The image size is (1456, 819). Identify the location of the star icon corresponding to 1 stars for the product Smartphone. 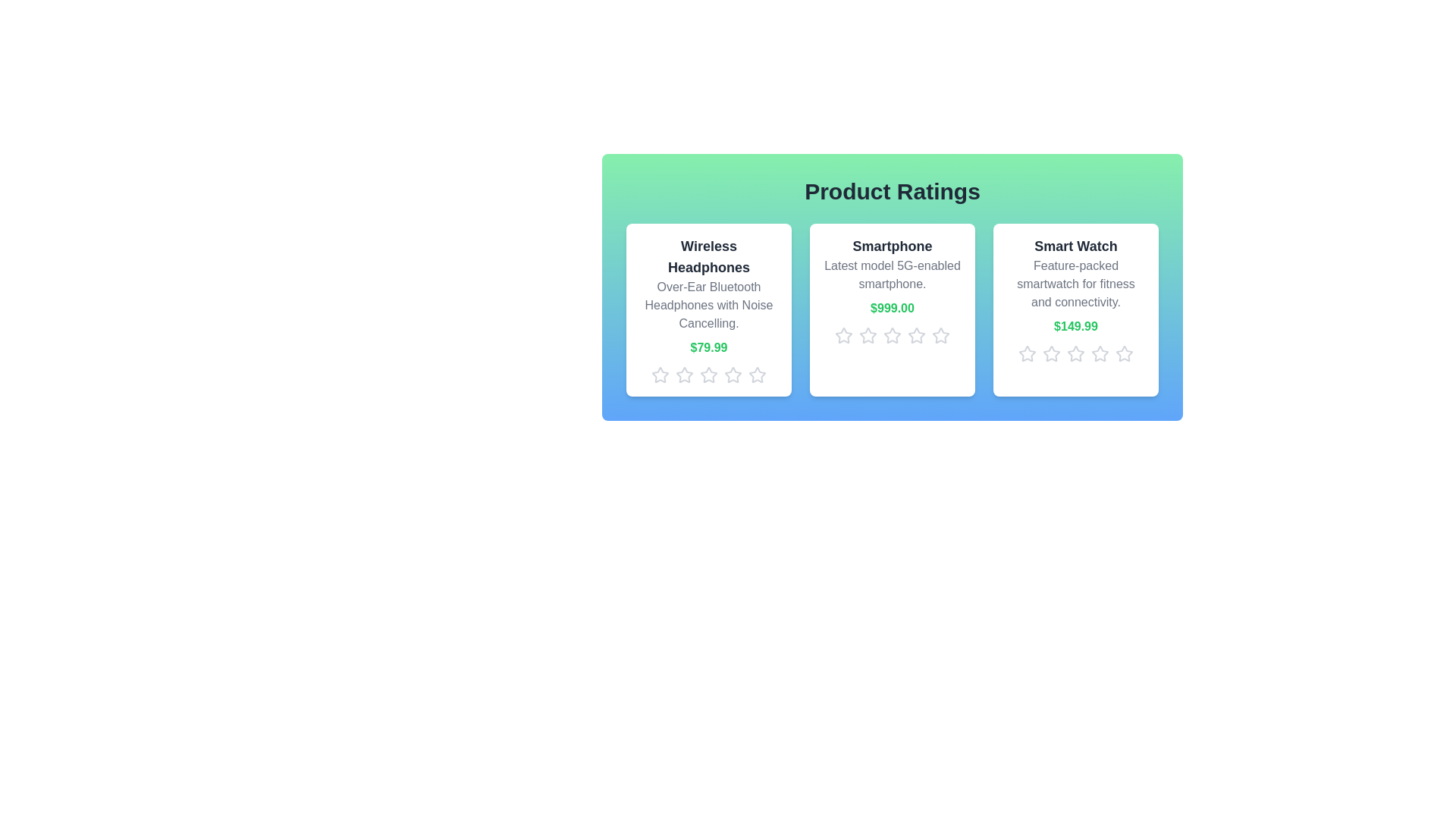
(843, 335).